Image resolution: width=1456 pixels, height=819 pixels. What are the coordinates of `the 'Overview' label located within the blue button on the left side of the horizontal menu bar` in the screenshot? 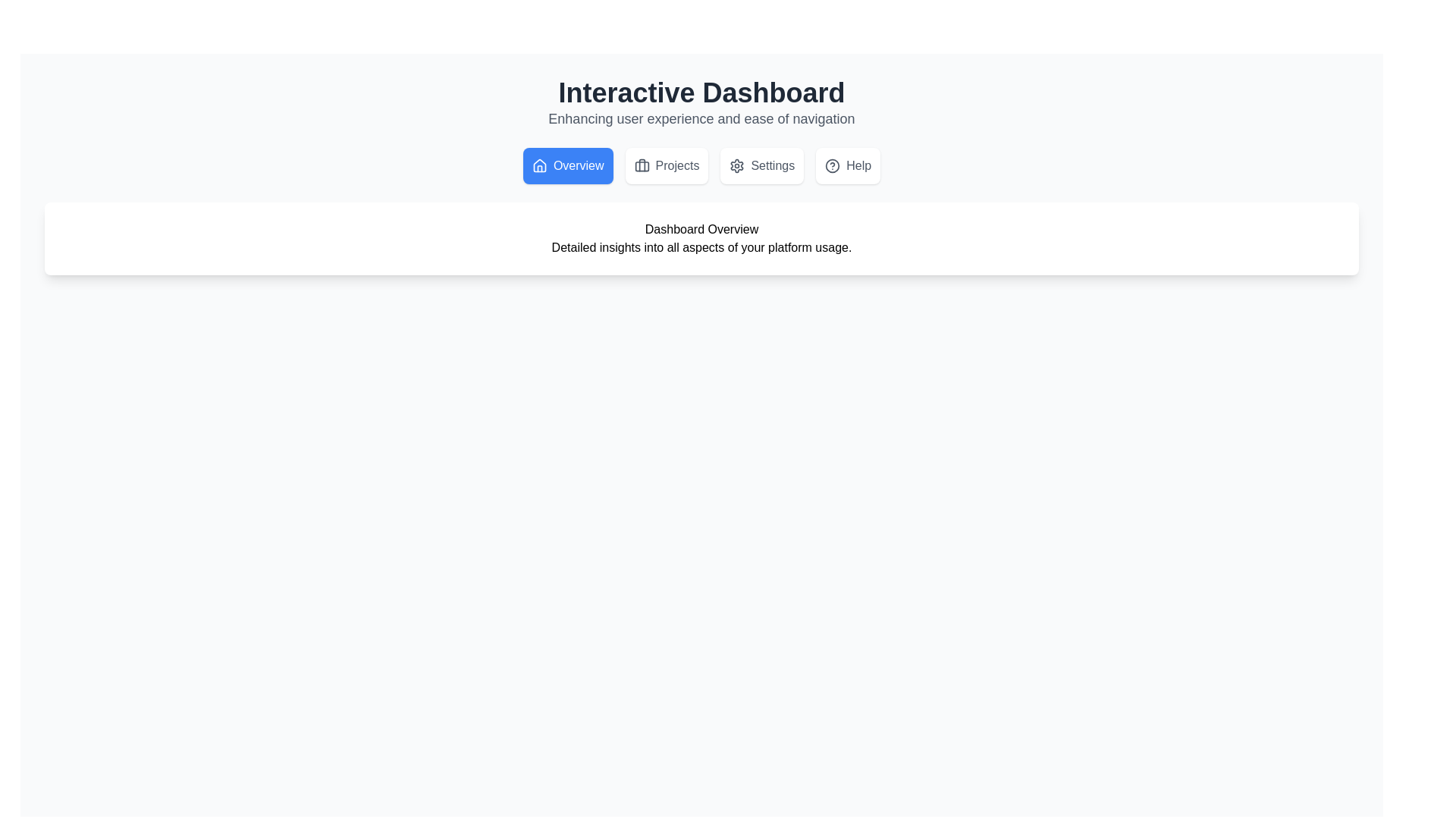 It's located at (578, 166).